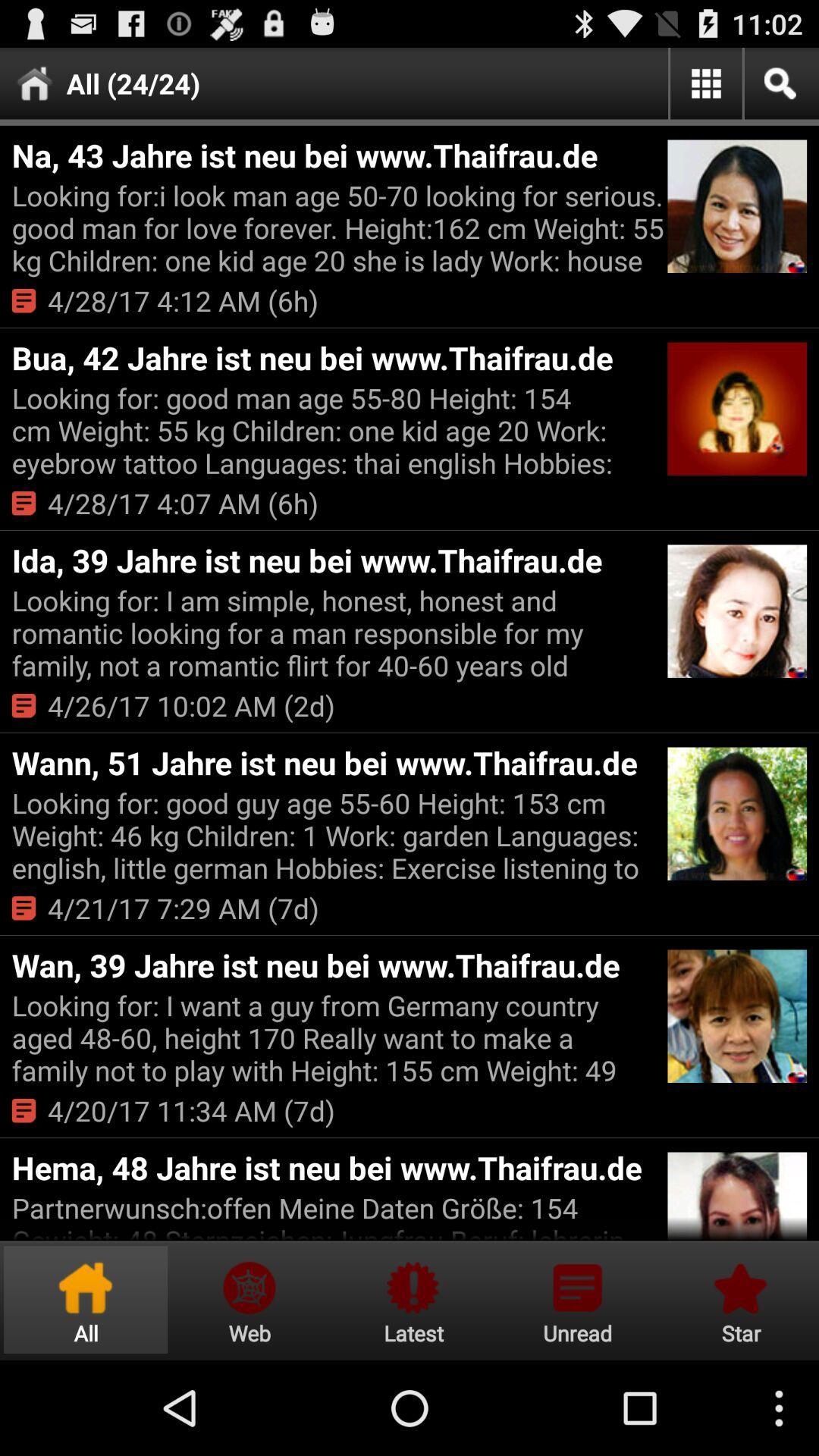 Image resolution: width=819 pixels, height=1456 pixels. Describe the element at coordinates (413, 1299) in the screenshot. I see `notification` at that location.